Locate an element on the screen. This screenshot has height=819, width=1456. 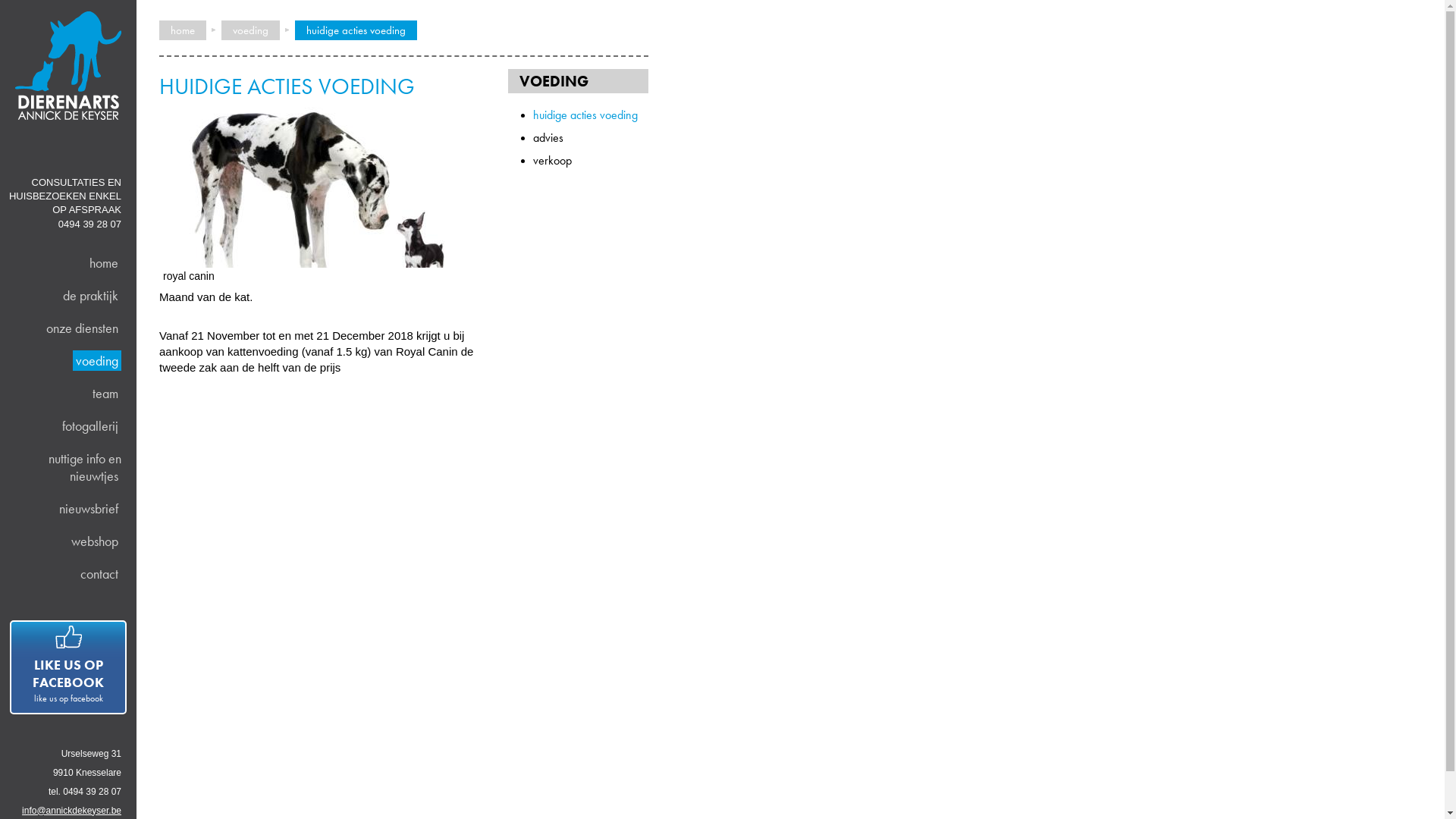
'royal canin' is located at coordinates (322, 262).